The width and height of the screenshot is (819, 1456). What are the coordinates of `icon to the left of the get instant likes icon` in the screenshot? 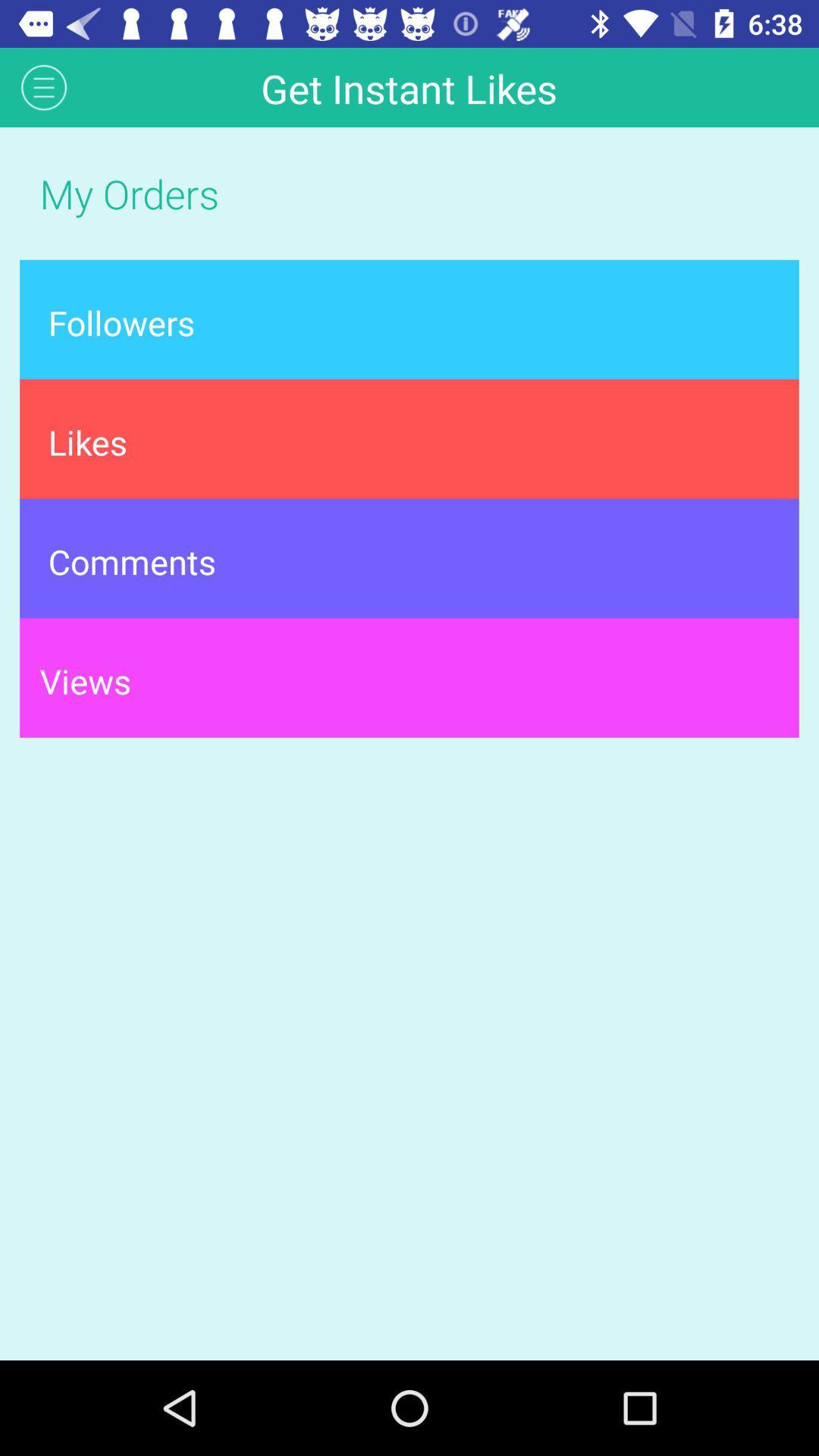 It's located at (43, 86).